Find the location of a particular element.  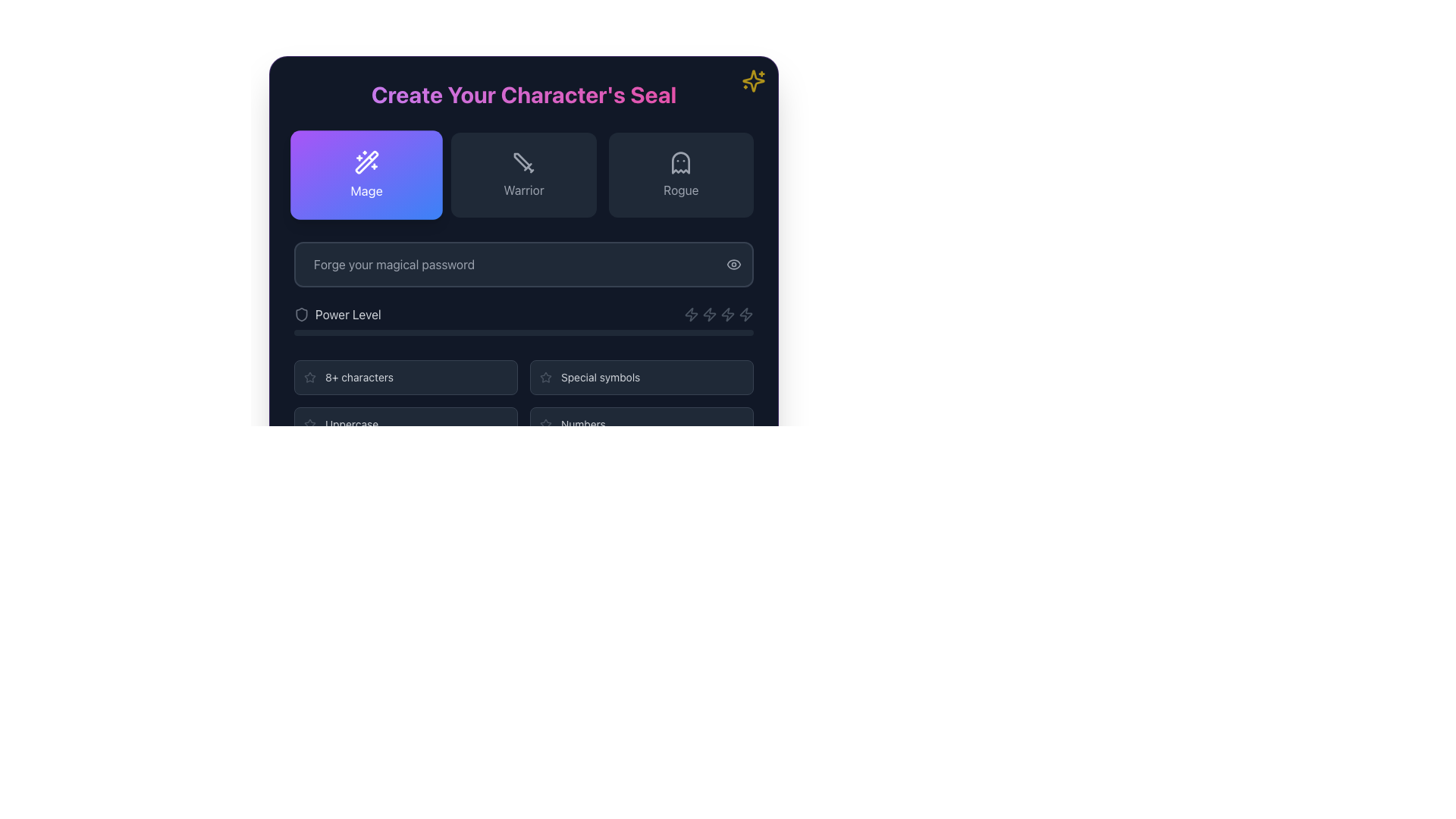

decorative icon associated with the text 'Special symbols' located on the left-hand side within a dark gray rectangle is located at coordinates (546, 376).